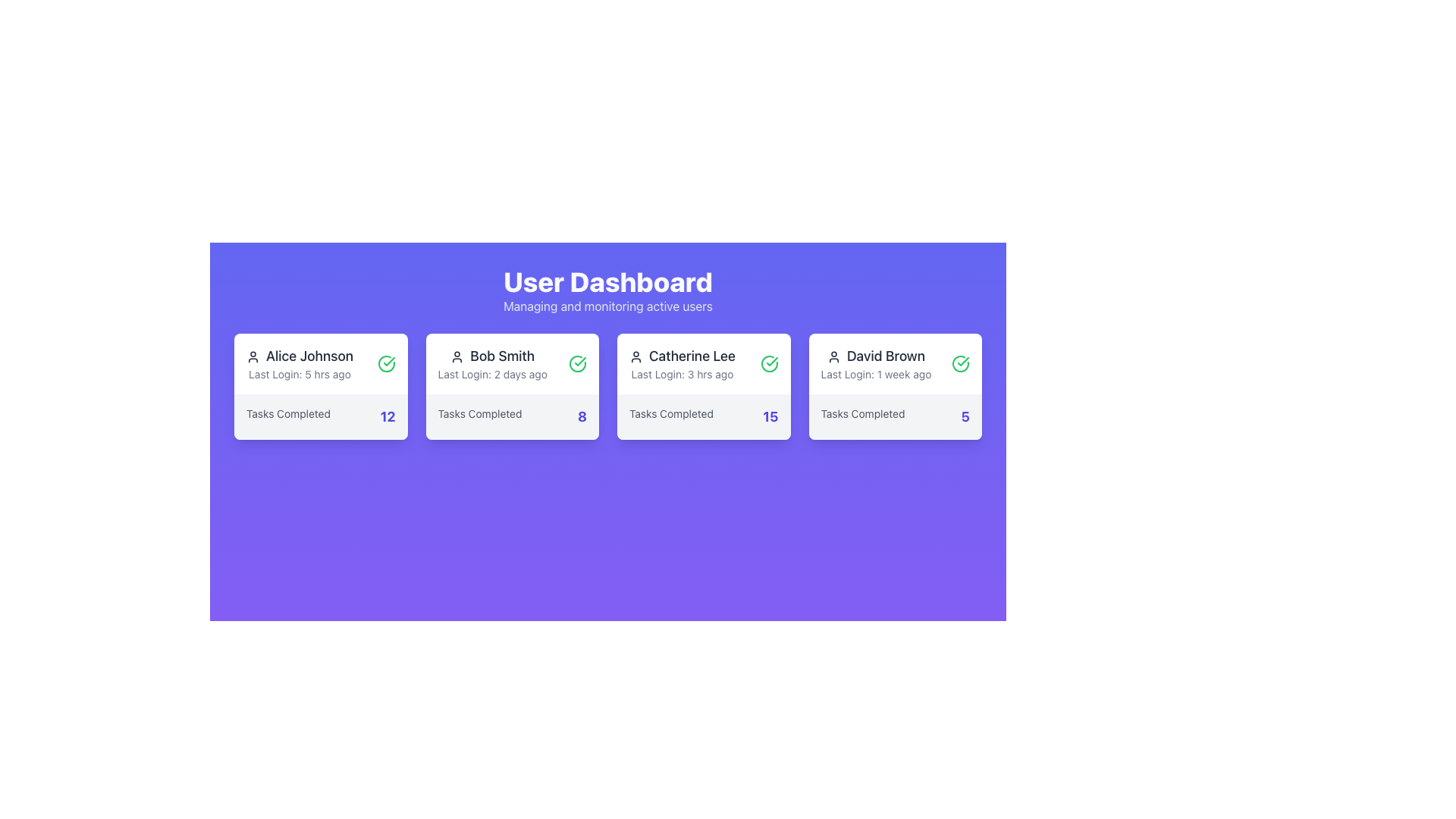 This screenshot has height=819, width=1456. I want to click on the 'Tasks Completed' static information display that shows the number '5' in a bold indigo font, located at the bottom of the card associated with user 'David Brown', so click(895, 417).